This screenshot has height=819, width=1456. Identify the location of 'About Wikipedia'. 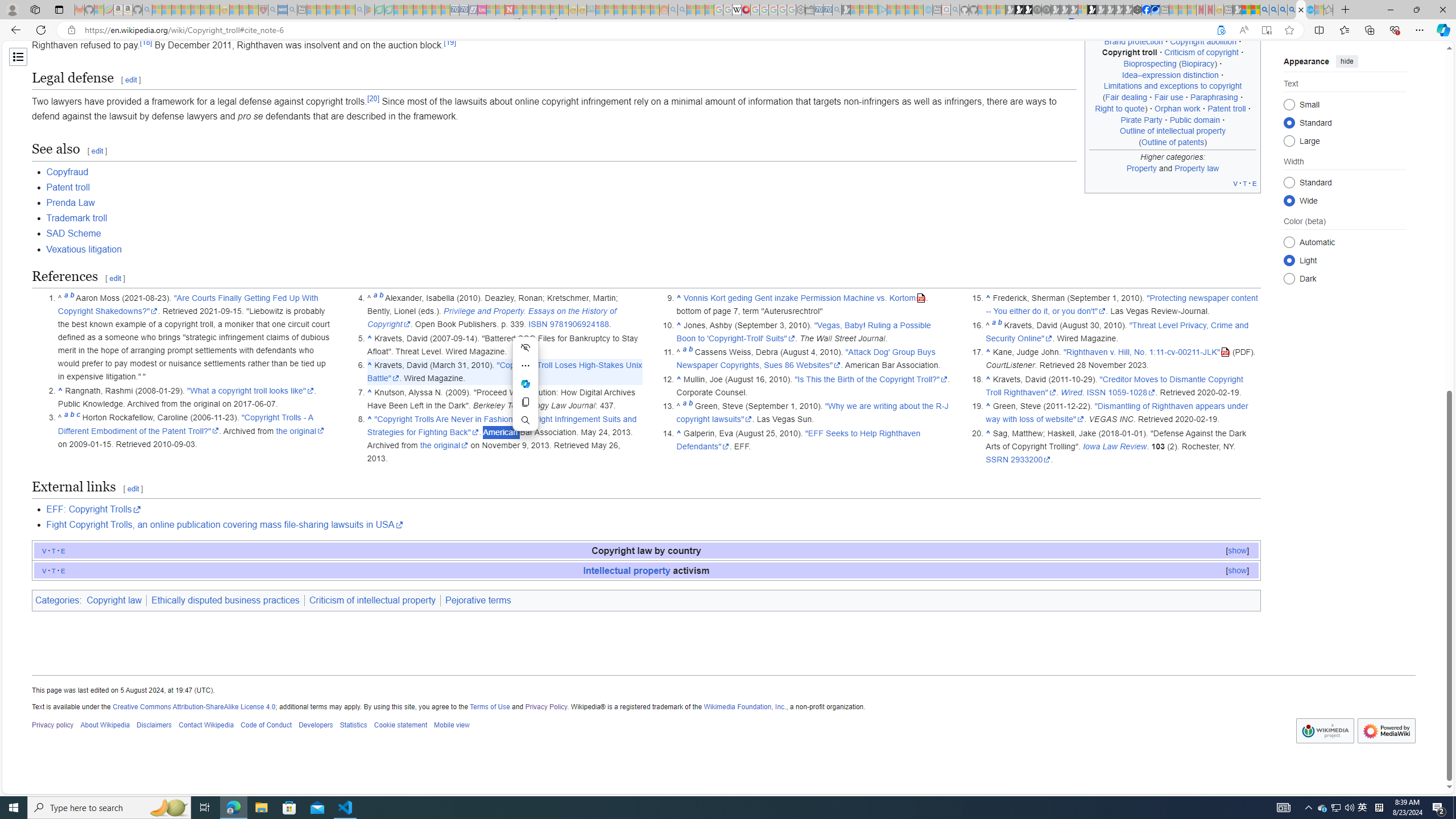
(104, 725).